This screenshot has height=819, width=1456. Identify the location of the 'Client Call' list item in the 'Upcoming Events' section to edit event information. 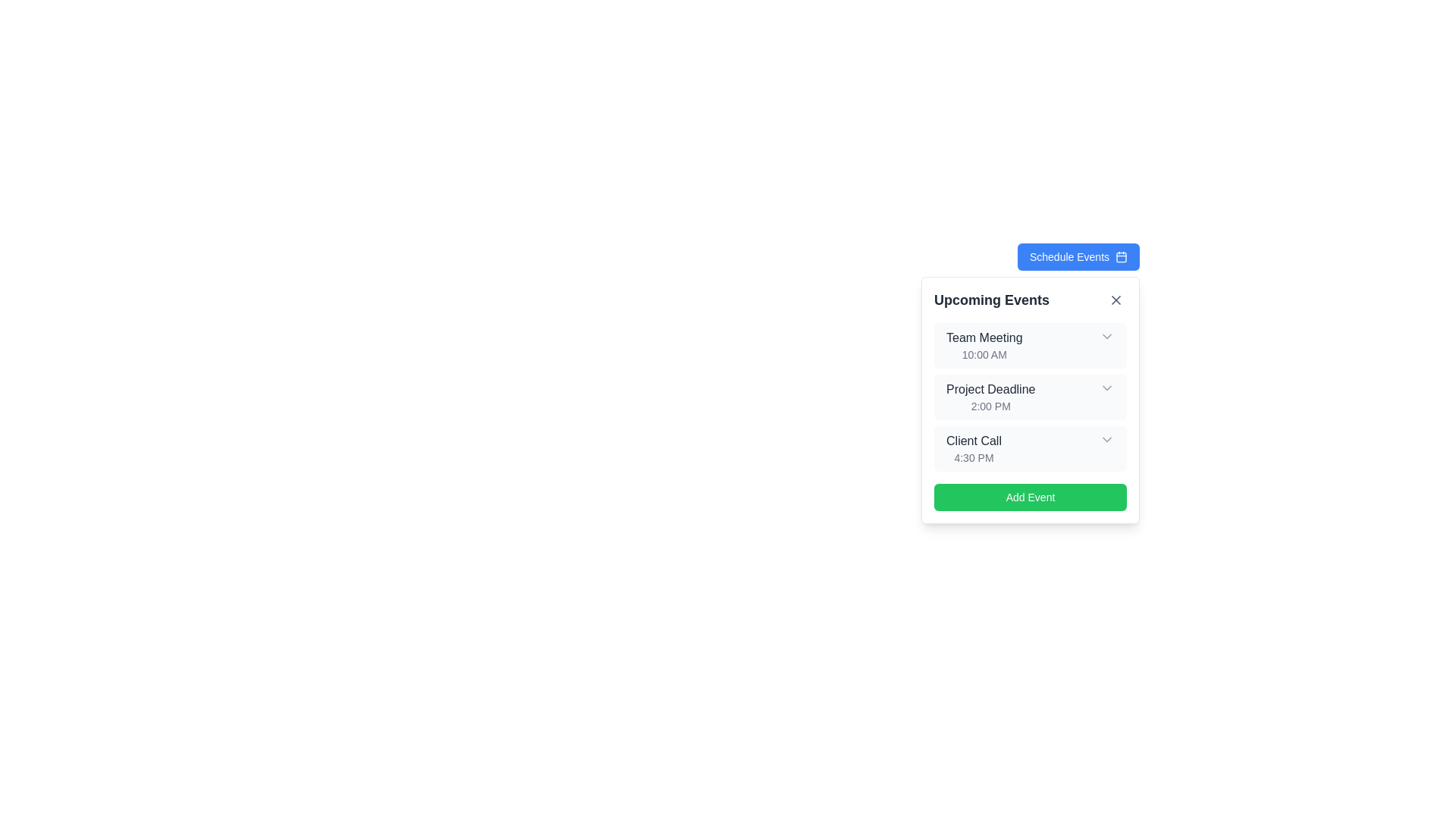
(1030, 447).